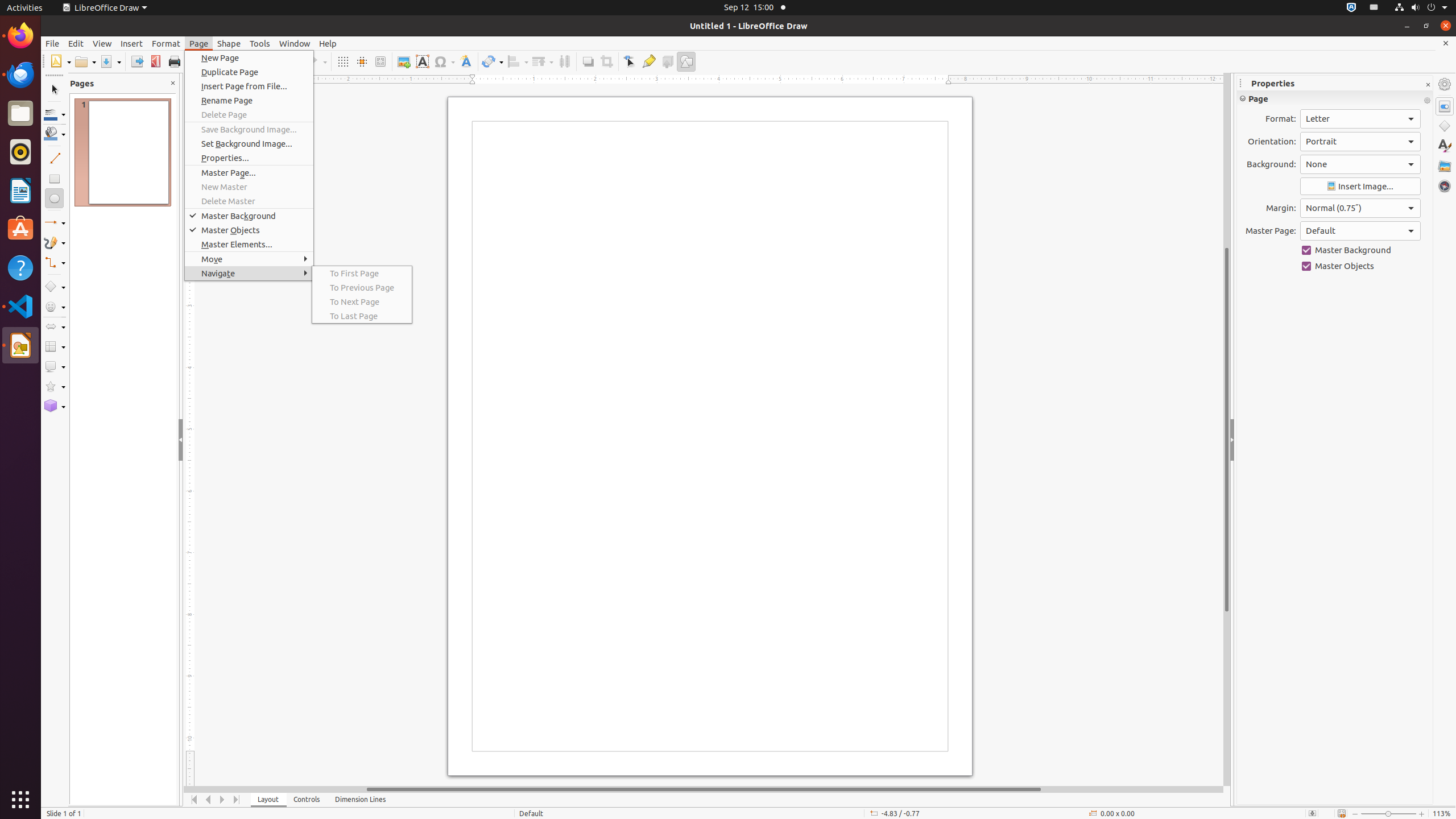 Image resolution: width=1456 pixels, height=819 pixels. Describe the element at coordinates (104, 7) in the screenshot. I see `'LibreOffice Draw'` at that location.